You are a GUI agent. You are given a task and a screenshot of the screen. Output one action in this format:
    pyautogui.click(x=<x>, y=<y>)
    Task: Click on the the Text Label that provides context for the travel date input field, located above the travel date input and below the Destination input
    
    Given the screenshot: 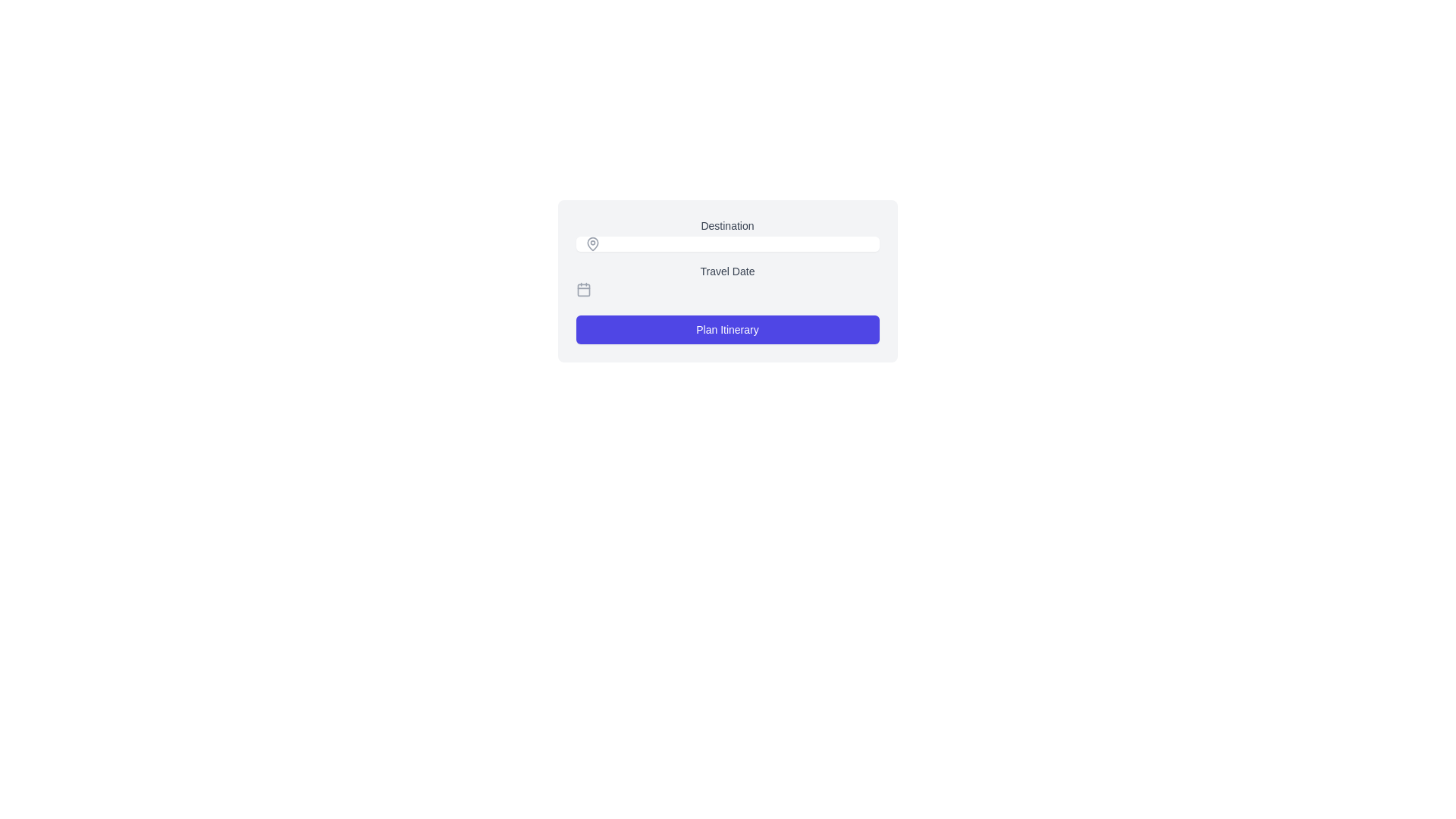 What is the action you would take?
    pyautogui.click(x=726, y=271)
    